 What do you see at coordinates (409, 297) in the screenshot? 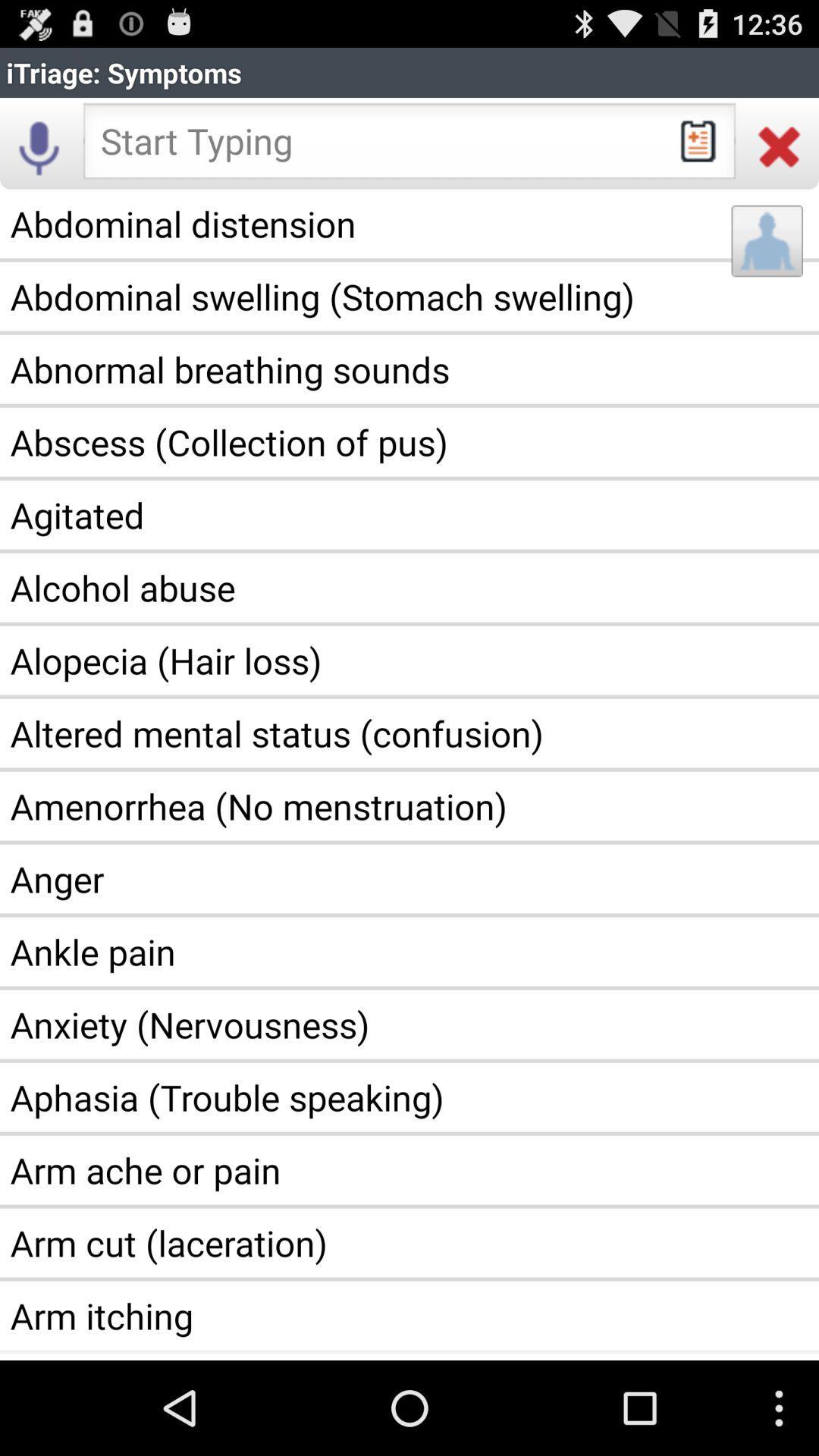
I see `the abdominal swelling stomach app` at bounding box center [409, 297].